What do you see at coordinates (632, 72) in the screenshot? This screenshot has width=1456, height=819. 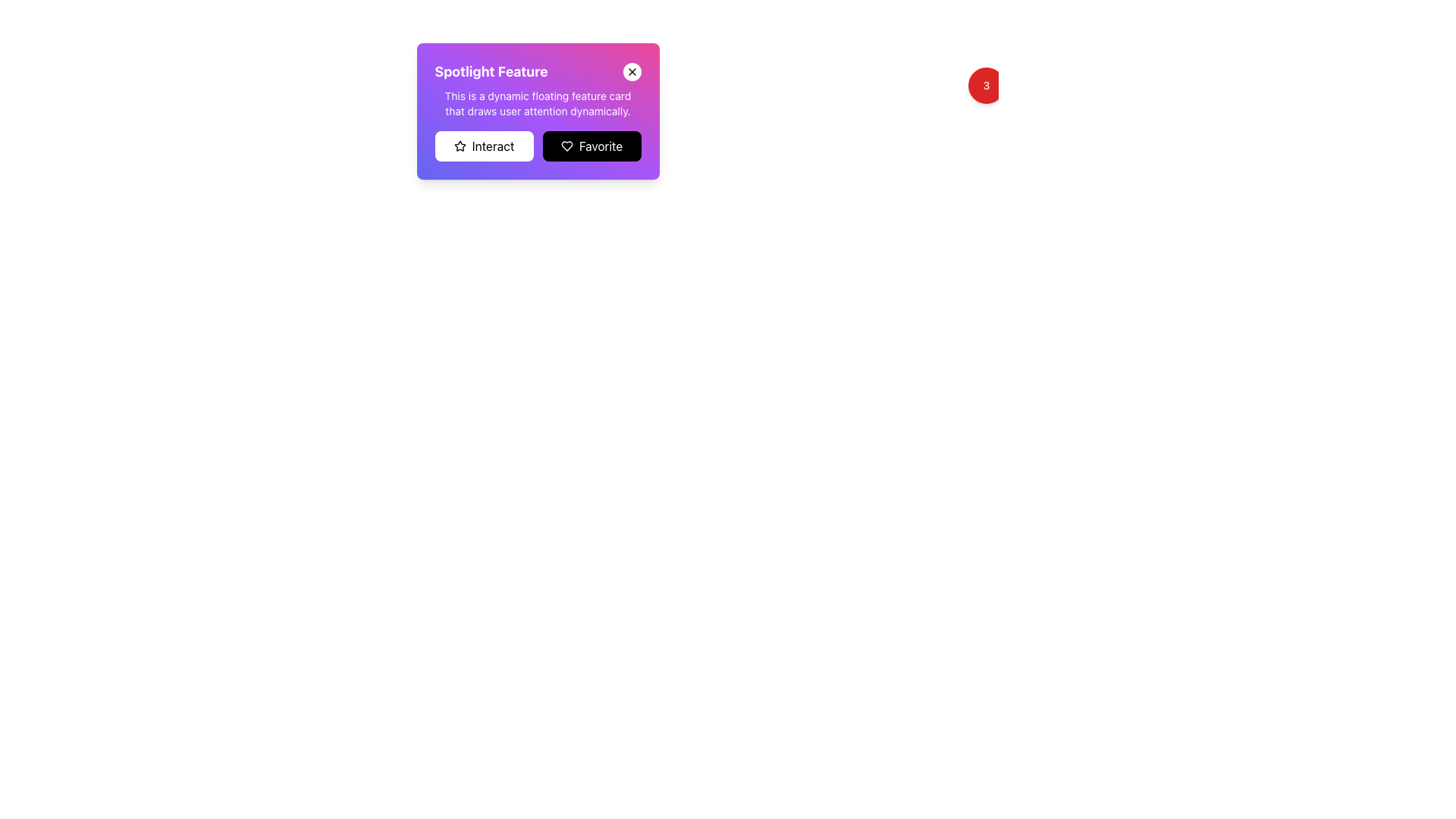 I see `the Close icon (an 'X' shape) located in the top-right corner of the card titled 'Spotlight Feature'` at bounding box center [632, 72].